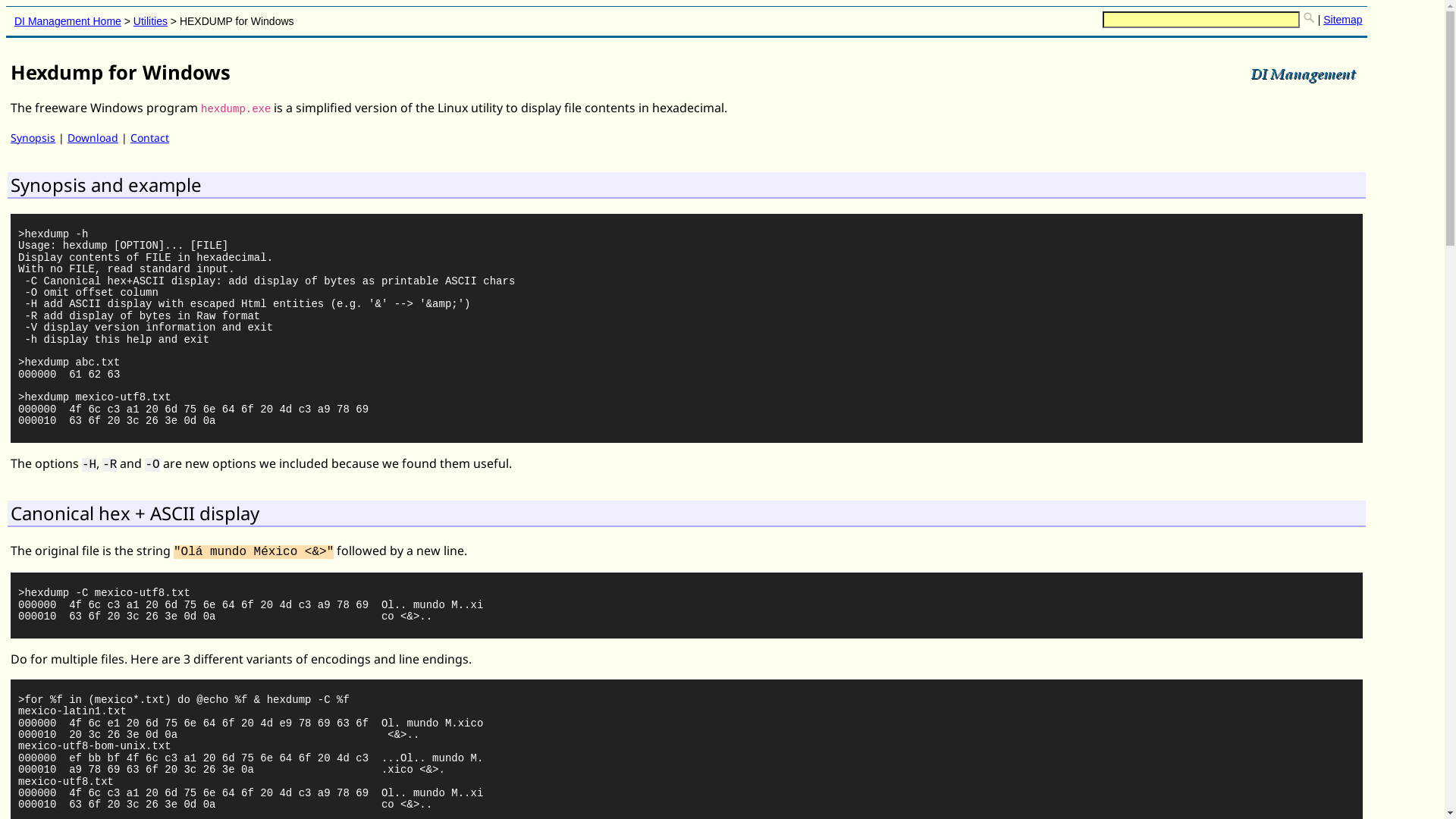 The image size is (1456, 819). I want to click on 'DI Management Home', so click(67, 20).